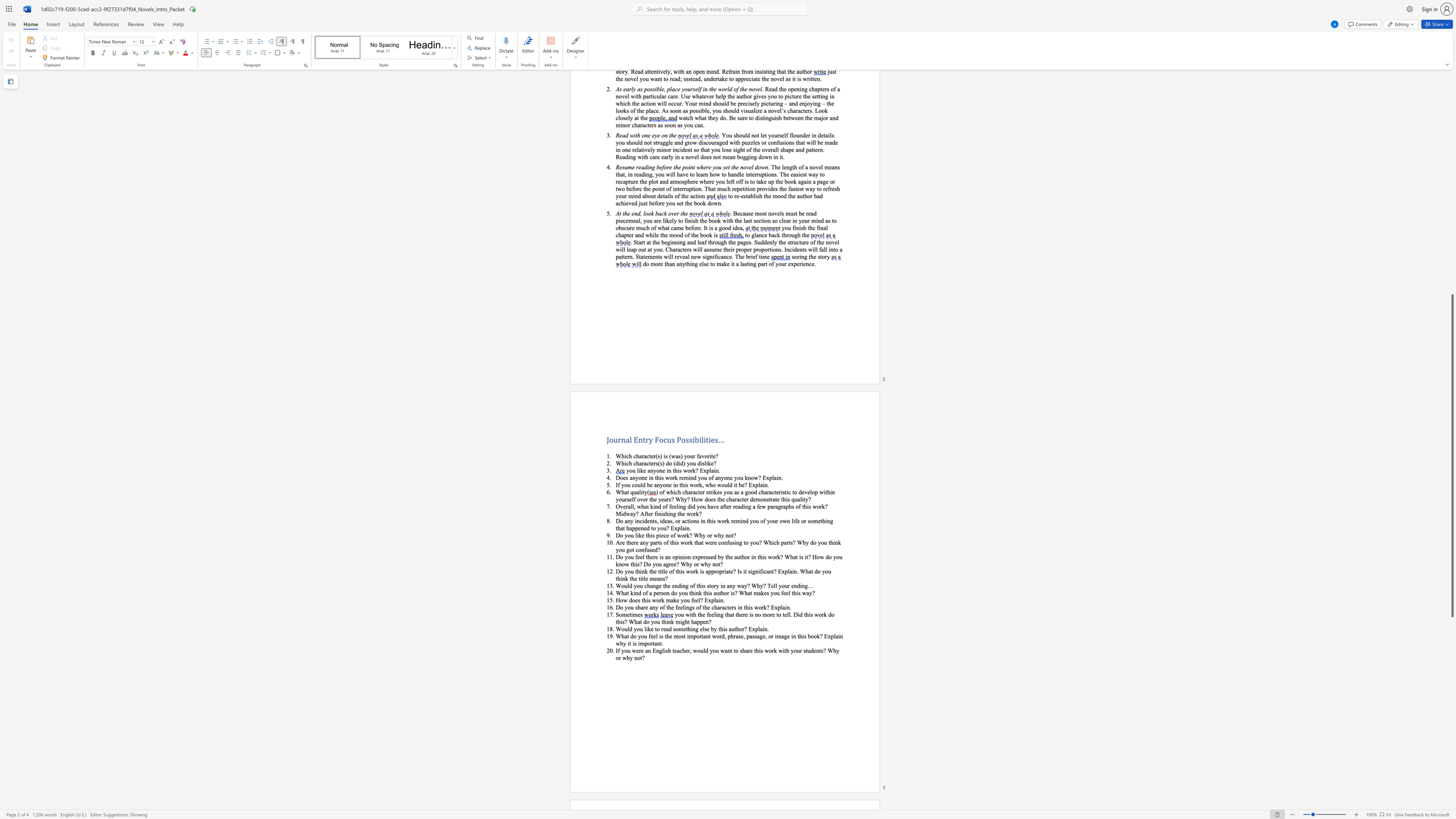 The image size is (1456, 819). Describe the element at coordinates (717, 570) in the screenshot. I see `the 1th character "o" in the text` at that location.